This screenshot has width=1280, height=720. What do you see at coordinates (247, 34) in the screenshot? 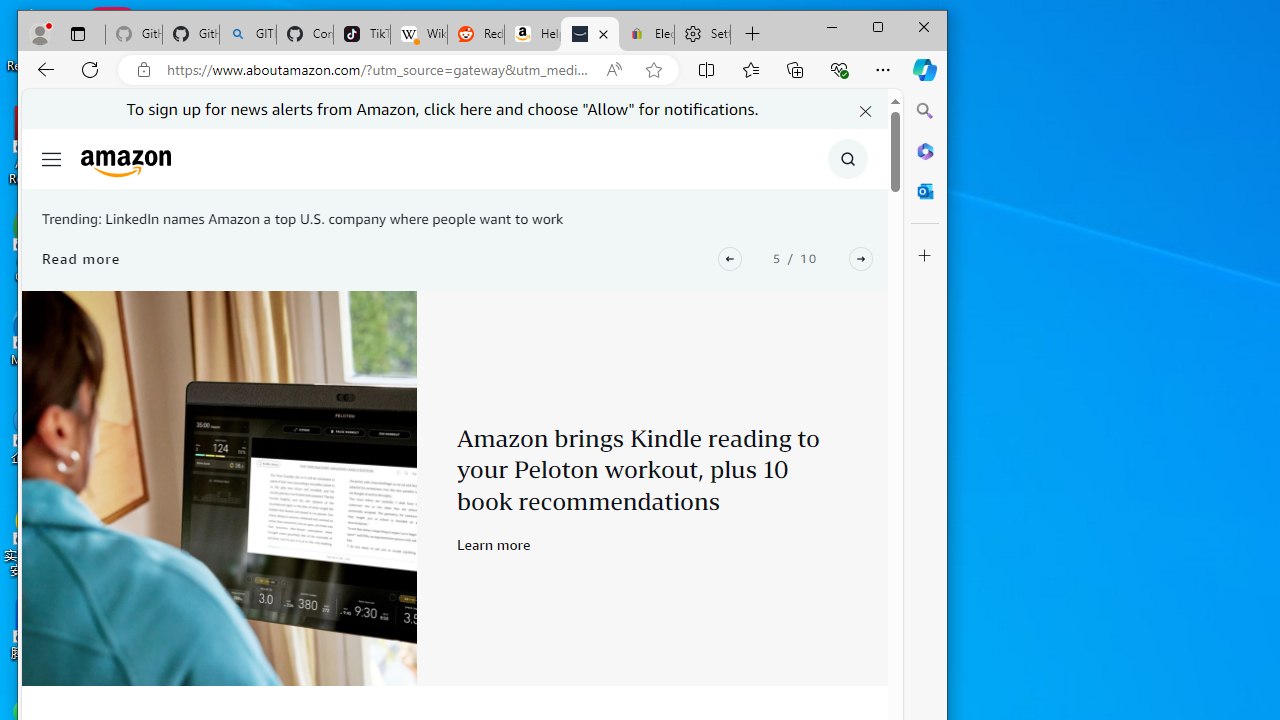
I see `'GITHUB - Search'` at bounding box center [247, 34].